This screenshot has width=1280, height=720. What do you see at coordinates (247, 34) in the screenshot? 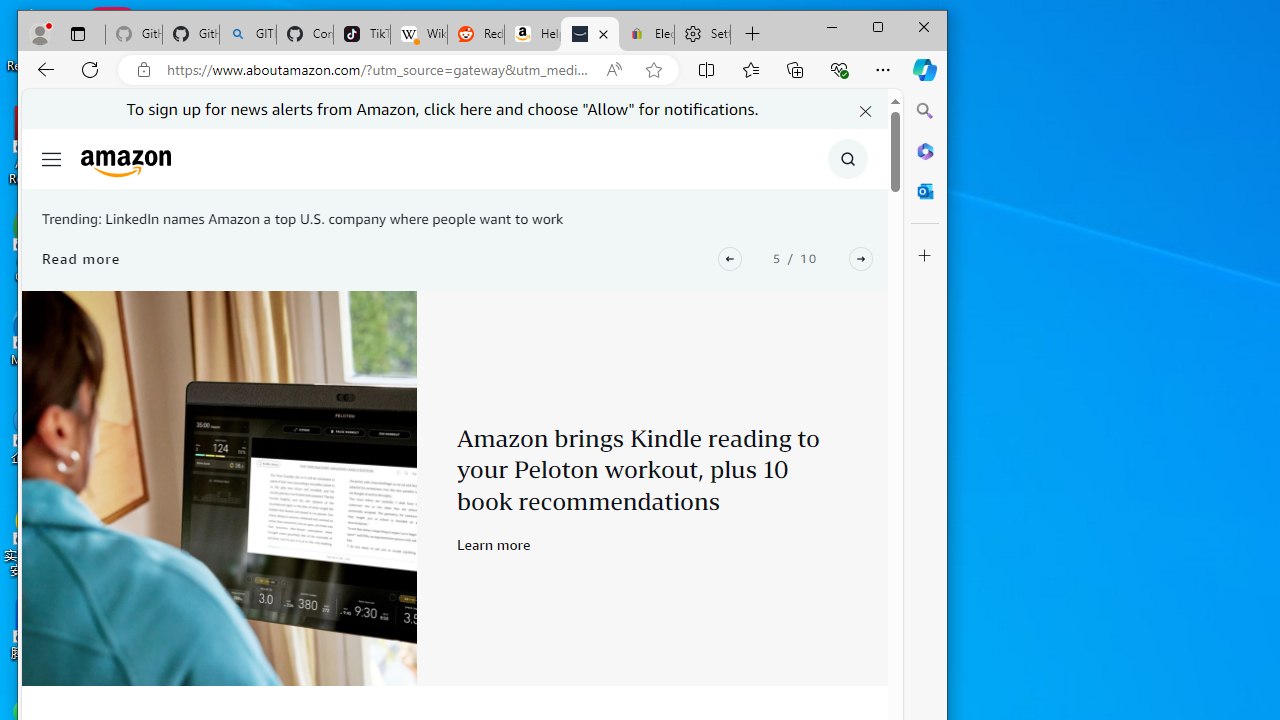
I see `'GITHUB - Search'` at bounding box center [247, 34].